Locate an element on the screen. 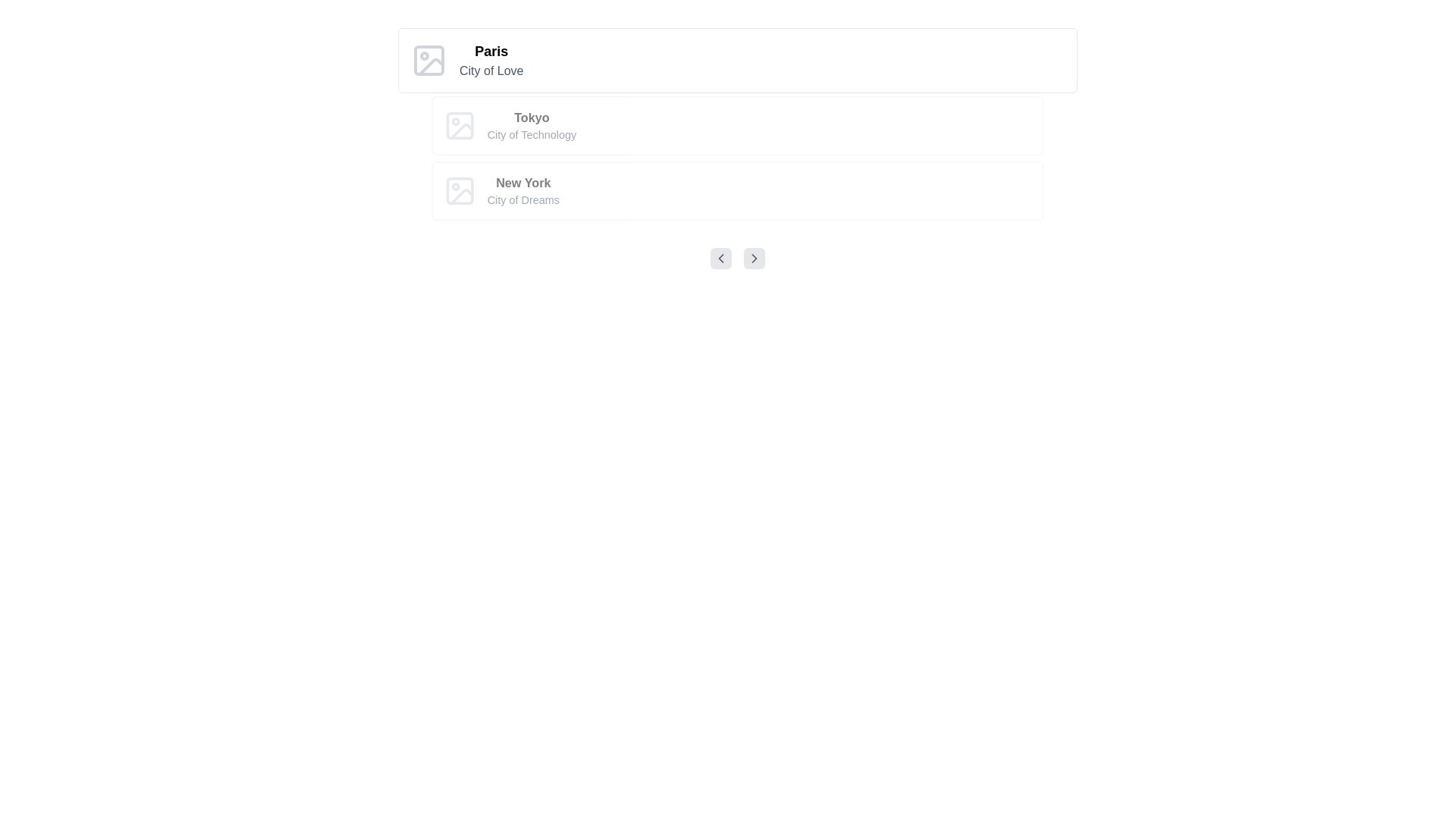 The width and height of the screenshot is (1456, 819). the chevron icon representing the navigation action to move to the previous item or page, located centrally at the bottom of the UI interface is located at coordinates (720, 257).